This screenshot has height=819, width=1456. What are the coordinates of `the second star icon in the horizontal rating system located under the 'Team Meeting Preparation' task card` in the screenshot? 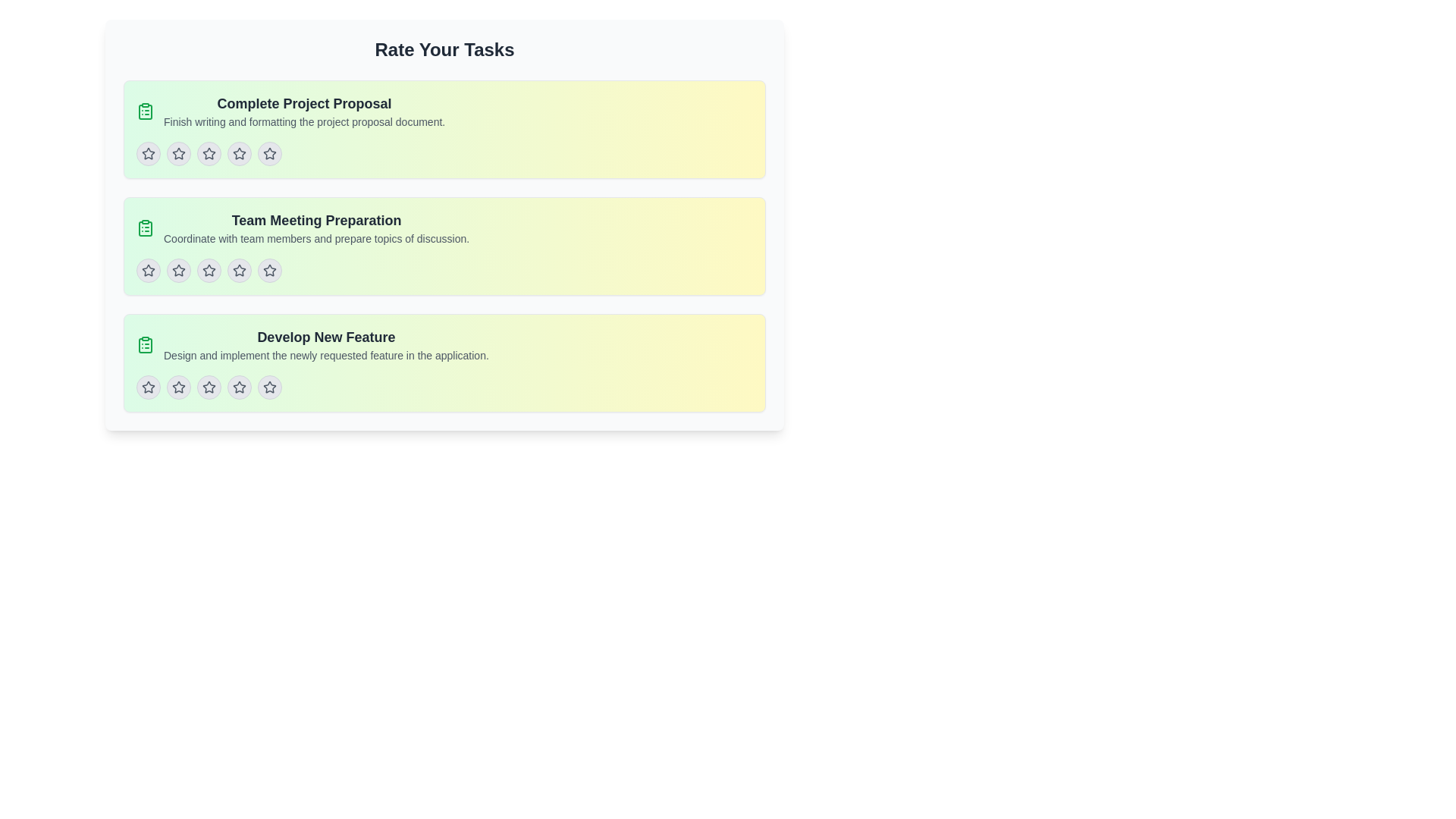 It's located at (208, 270).